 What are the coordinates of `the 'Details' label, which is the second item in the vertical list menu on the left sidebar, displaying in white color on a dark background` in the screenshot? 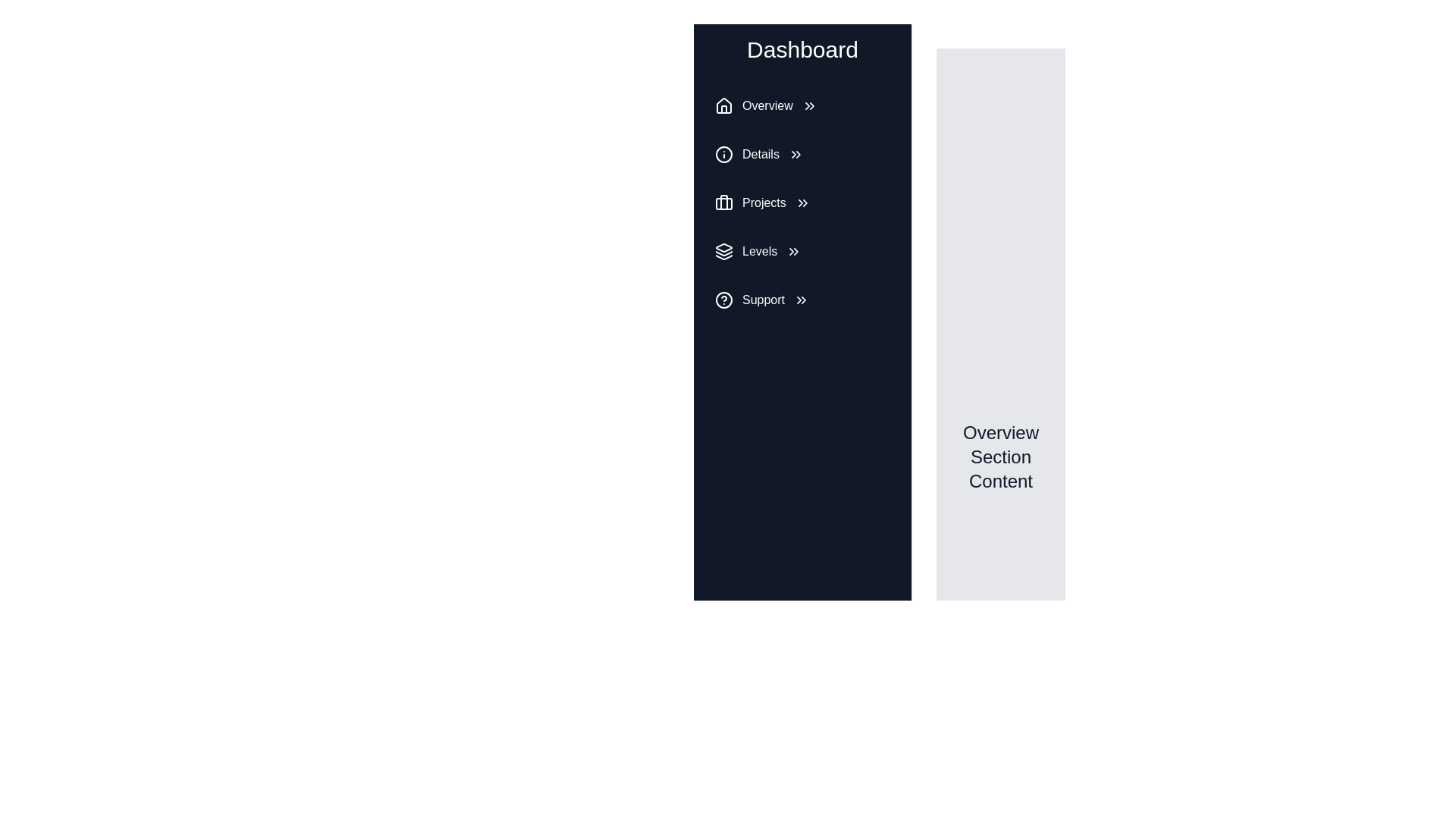 It's located at (761, 155).